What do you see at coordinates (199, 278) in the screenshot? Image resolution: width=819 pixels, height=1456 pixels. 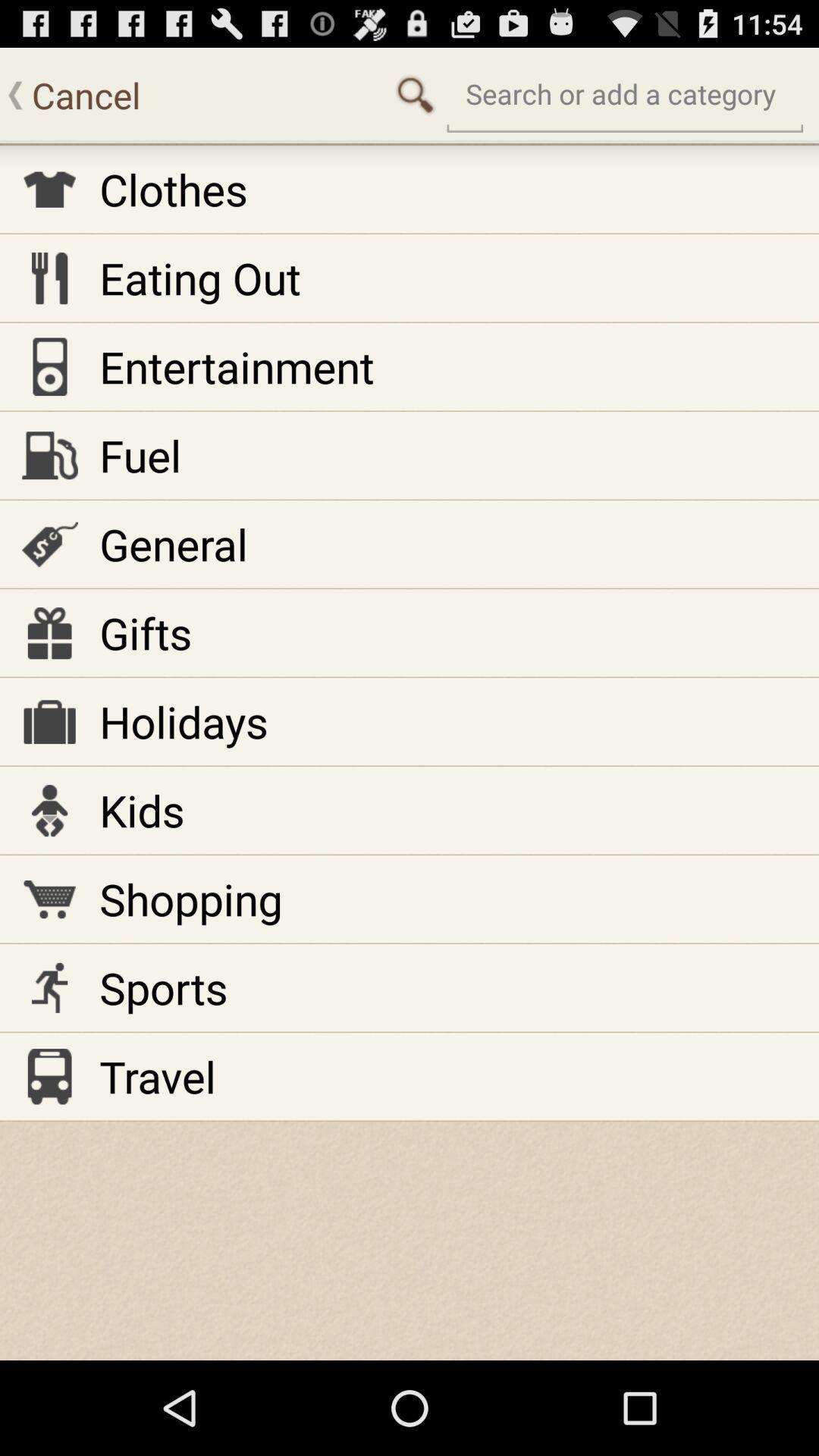 I see `eating out app` at bounding box center [199, 278].